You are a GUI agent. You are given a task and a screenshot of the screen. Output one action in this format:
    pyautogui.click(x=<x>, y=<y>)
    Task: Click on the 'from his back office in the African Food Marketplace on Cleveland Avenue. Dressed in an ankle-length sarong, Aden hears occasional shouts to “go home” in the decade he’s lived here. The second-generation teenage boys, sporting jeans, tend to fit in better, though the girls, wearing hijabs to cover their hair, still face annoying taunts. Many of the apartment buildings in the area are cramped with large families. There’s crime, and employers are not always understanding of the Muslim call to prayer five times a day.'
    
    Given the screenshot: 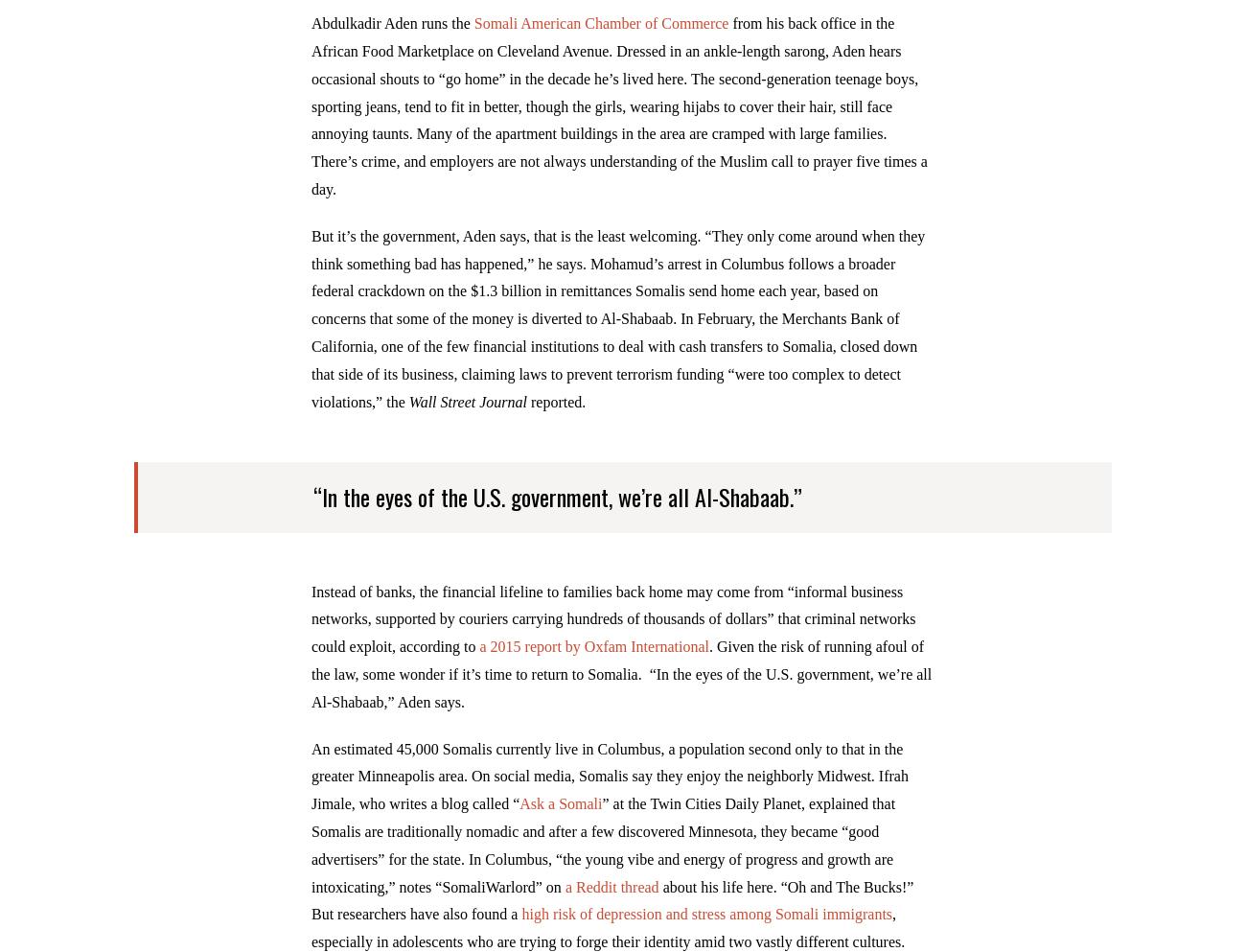 What is the action you would take?
    pyautogui.click(x=618, y=119)
    